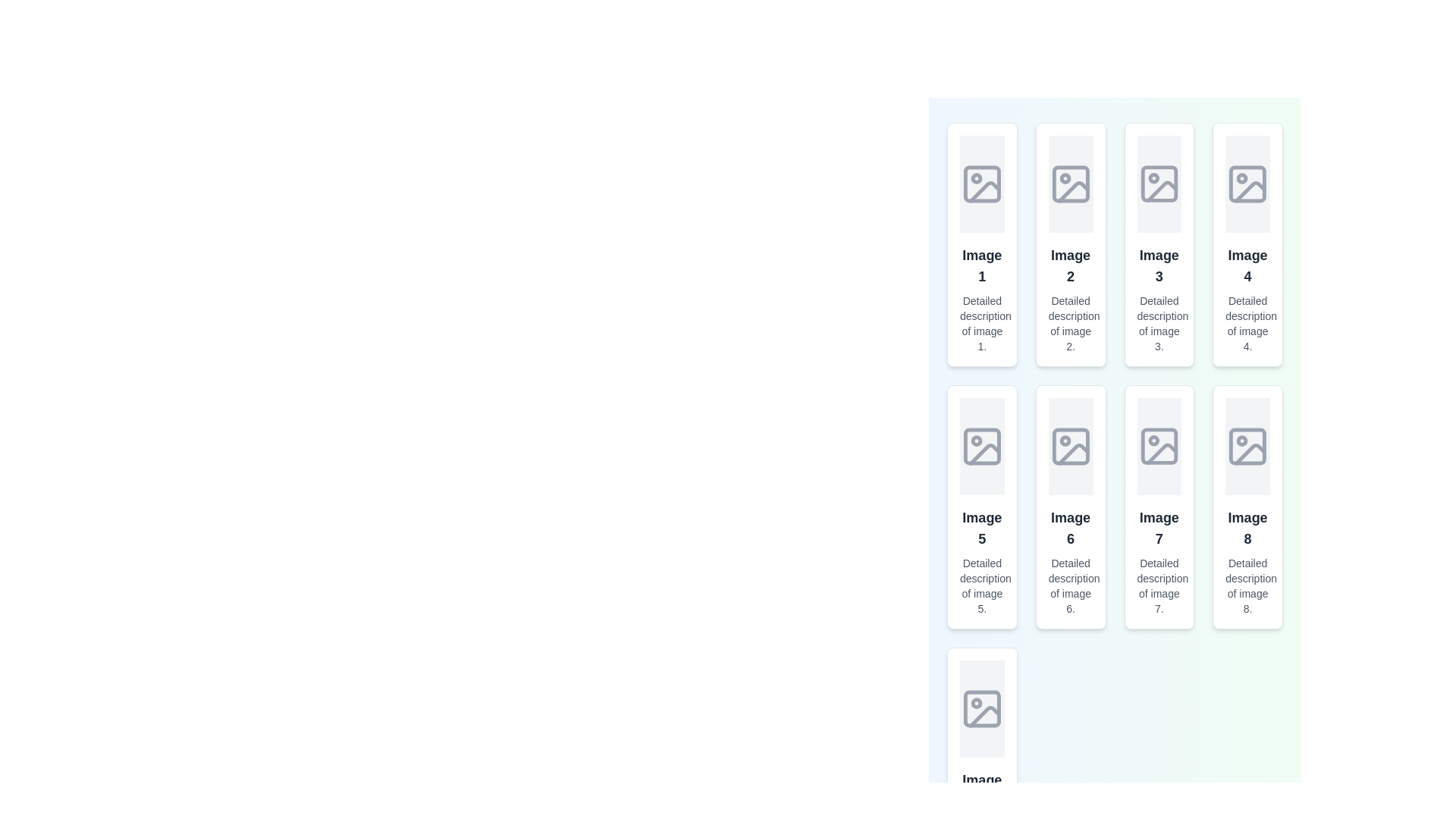 This screenshot has height=819, width=1456. What do you see at coordinates (1247, 244) in the screenshot?
I see `the styling of the content card that showcases 'Image 4', which is the fourth item in the grid layout, featuring a white background and light gray border` at bounding box center [1247, 244].